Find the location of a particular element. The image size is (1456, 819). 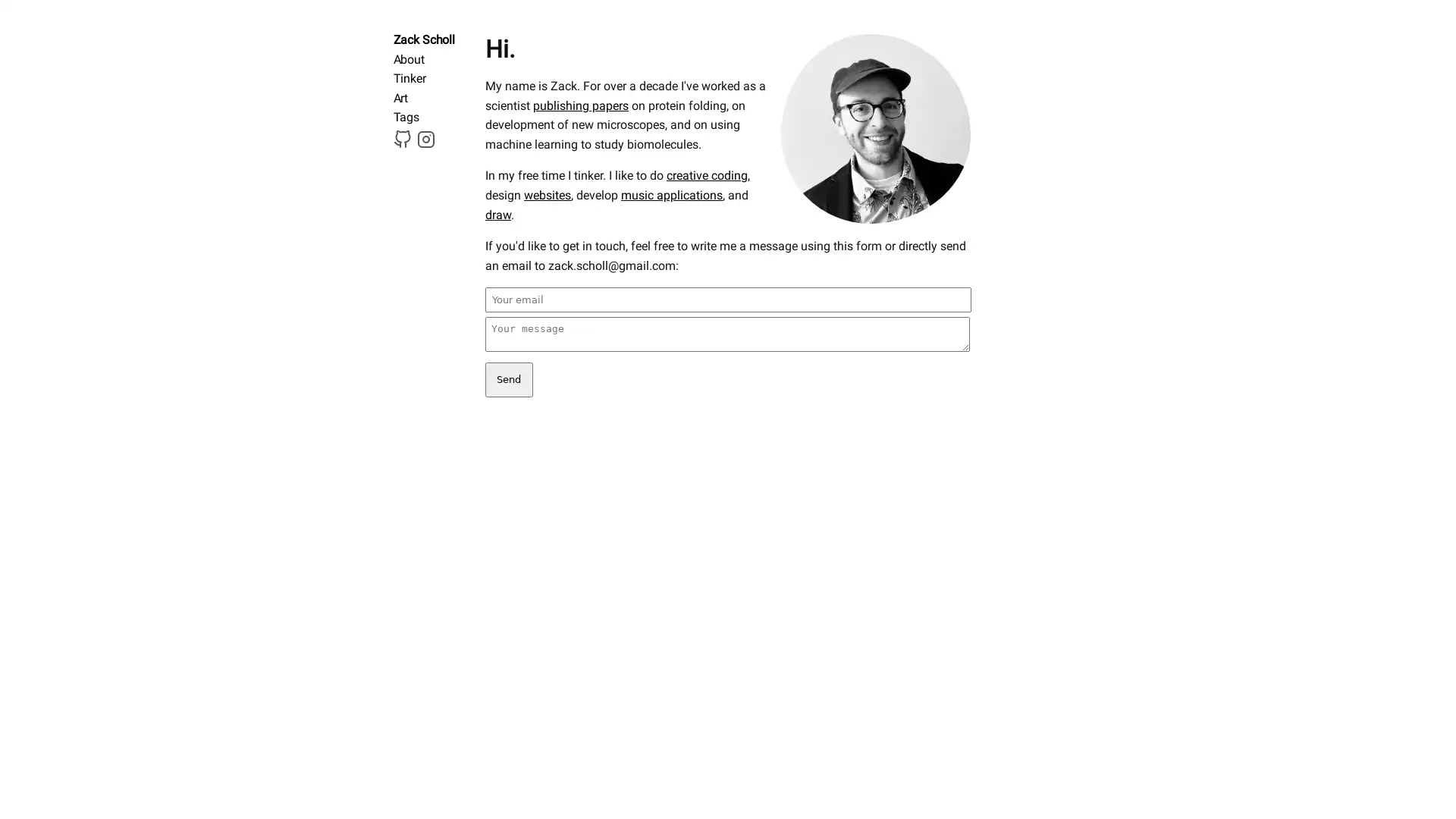

Send is located at coordinates (509, 378).